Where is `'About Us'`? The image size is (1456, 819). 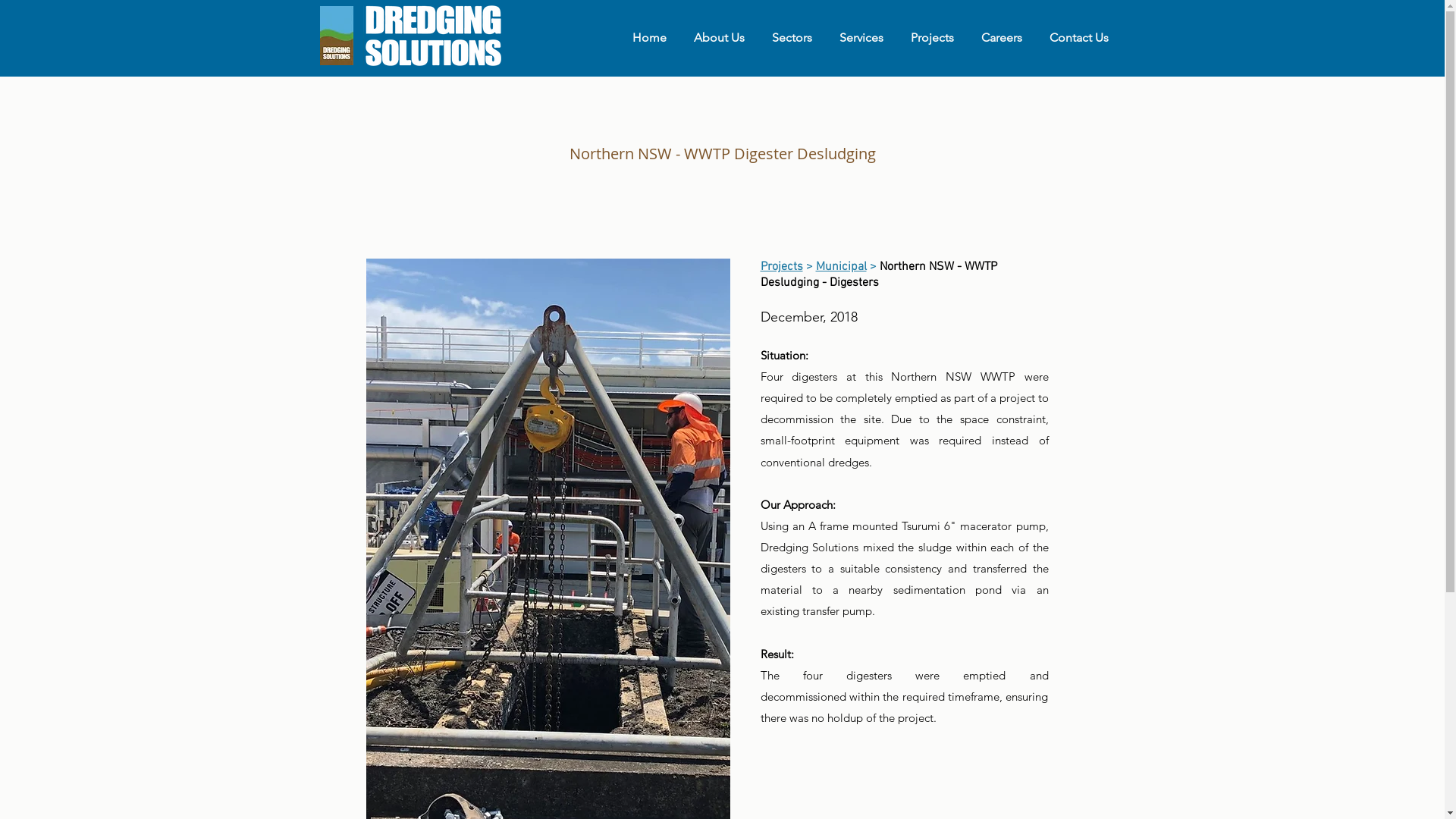 'About Us' is located at coordinates (723, 37).